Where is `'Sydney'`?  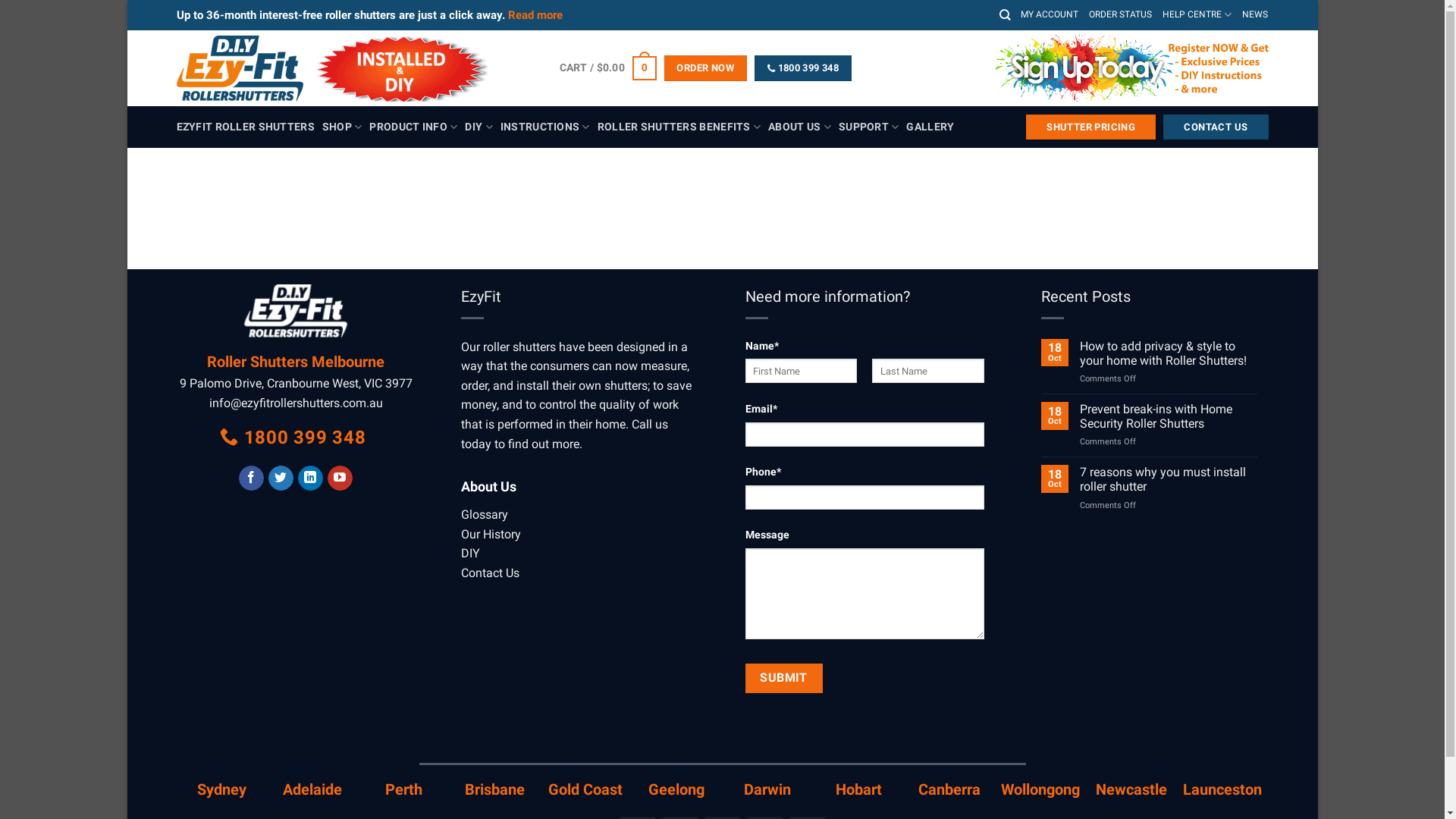
'Sydney' is located at coordinates (221, 789).